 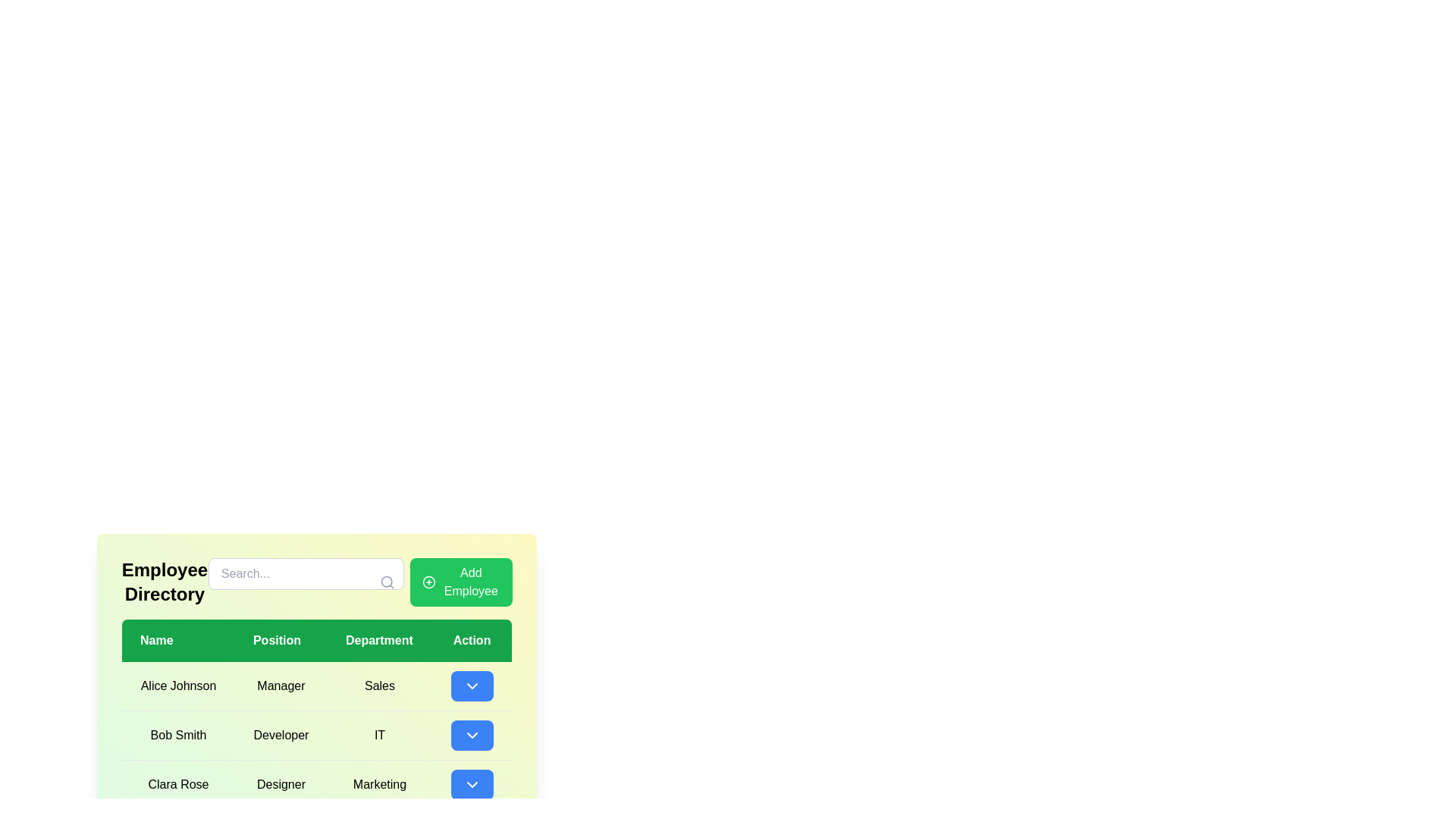 What do you see at coordinates (471, 734) in the screenshot?
I see `the downward-pointing chevron icon with blue outlines inside the blue rectangular button in the 'Action' column of the second row of the table` at bounding box center [471, 734].